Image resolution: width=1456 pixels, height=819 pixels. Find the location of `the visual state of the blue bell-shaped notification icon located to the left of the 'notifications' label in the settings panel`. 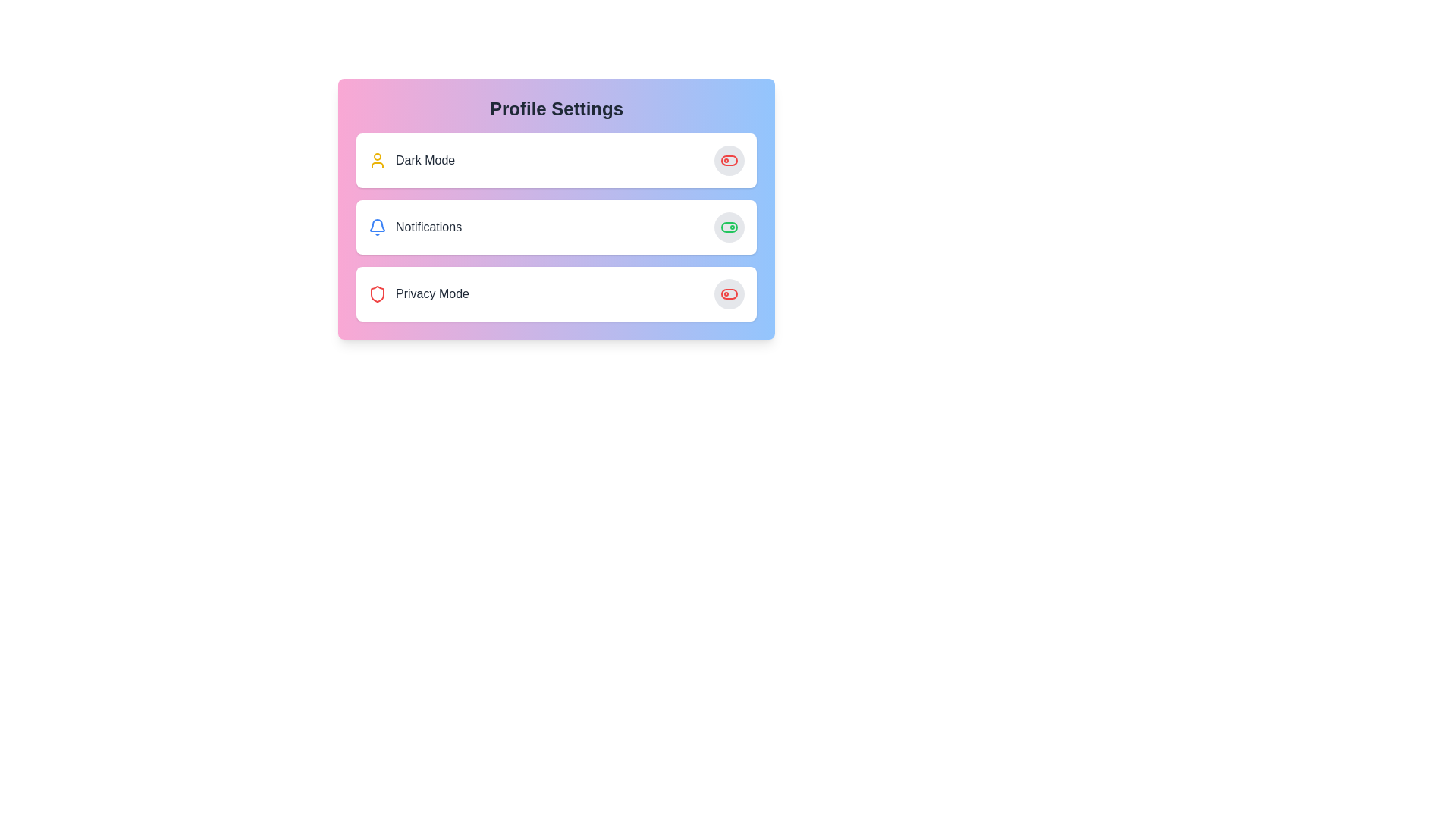

the visual state of the blue bell-shaped notification icon located to the left of the 'notifications' label in the settings panel is located at coordinates (378, 227).